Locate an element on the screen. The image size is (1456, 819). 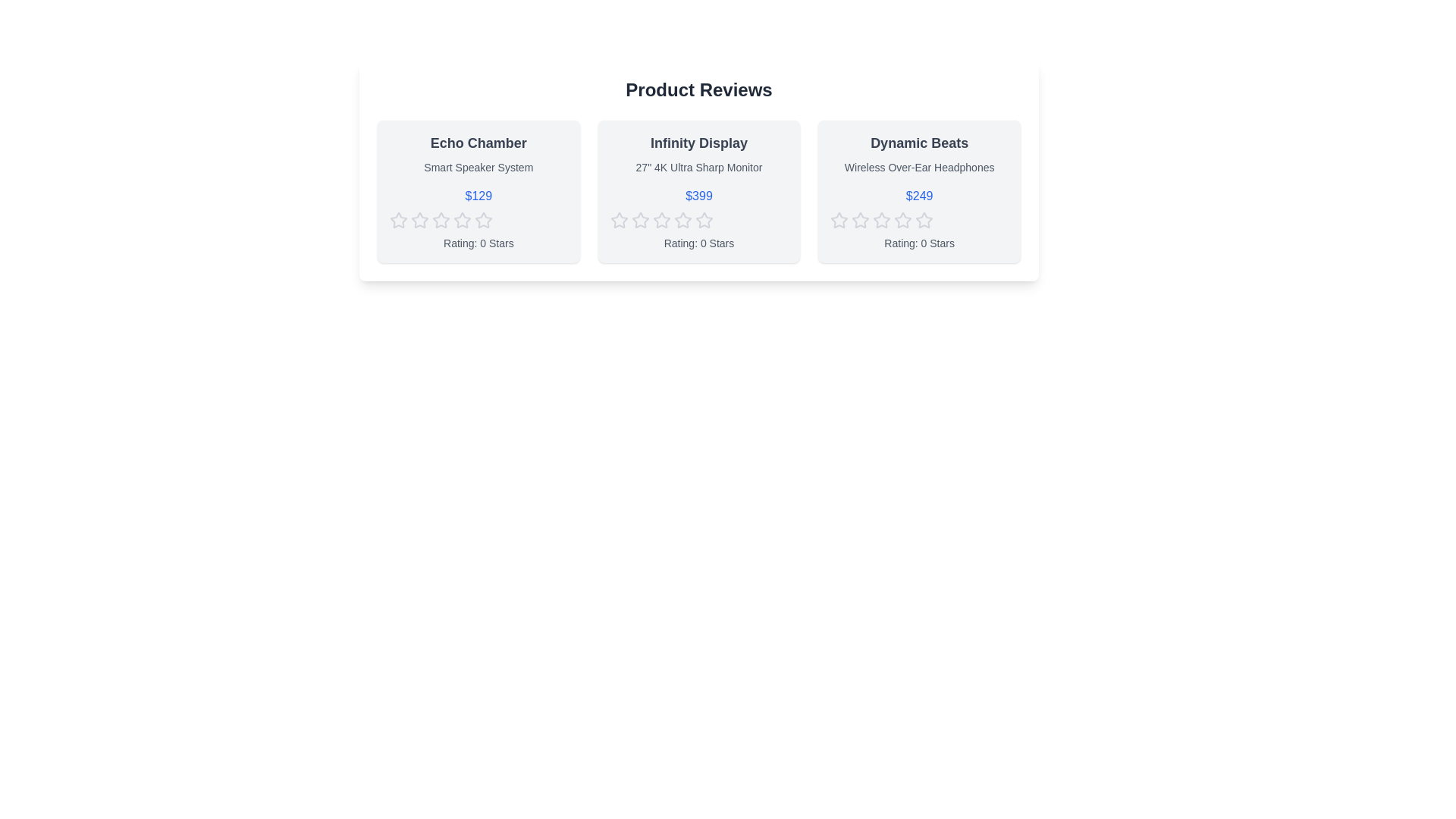
on the fourth star from the left in the rating section of the 'Dynamic Beats' product card is located at coordinates (924, 220).